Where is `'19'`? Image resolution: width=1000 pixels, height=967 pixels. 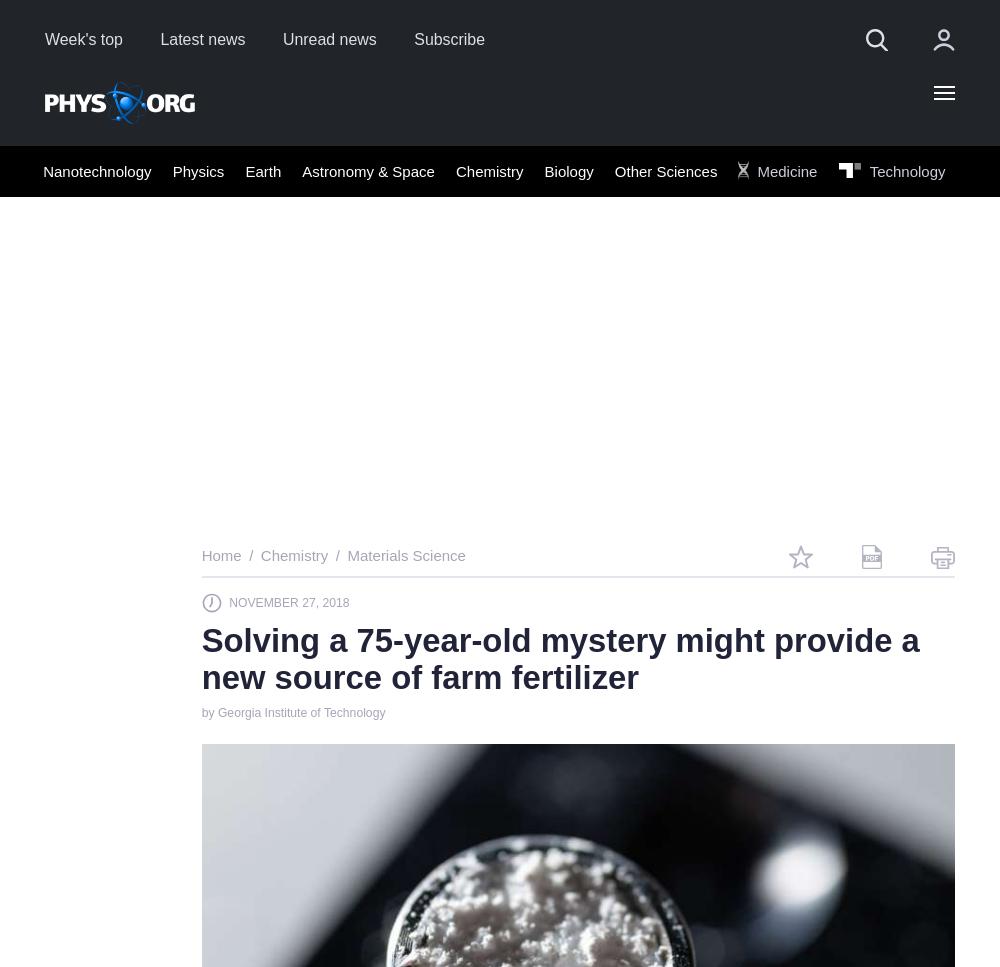 '19' is located at coordinates (113, 673).